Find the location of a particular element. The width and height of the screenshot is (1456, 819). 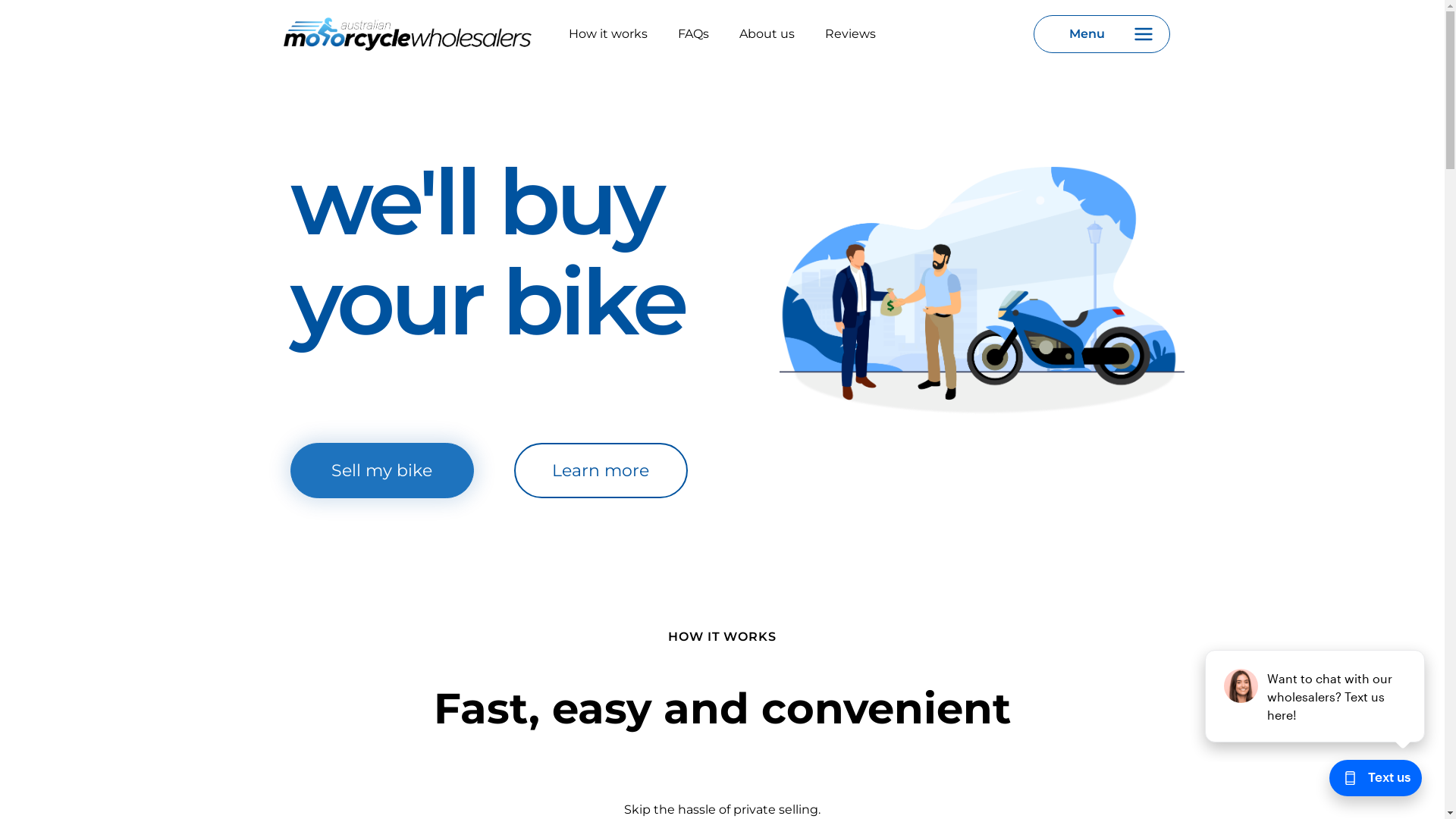

'podium webchat widget prompt' is located at coordinates (1314, 696).